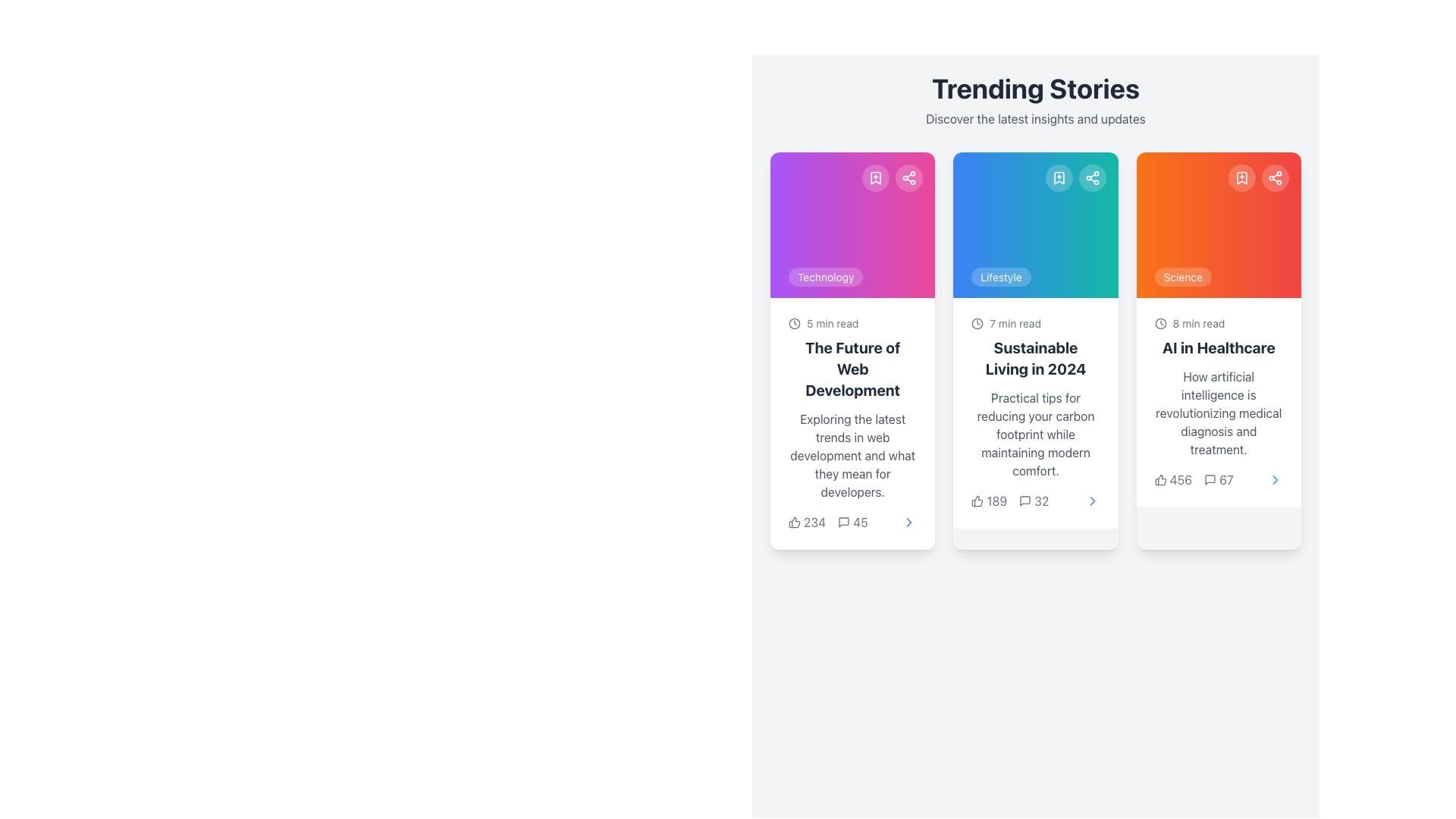 The height and width of the screenshot is (819, 1456). I want to click on the 'like' icon located beneath the textual content of the leftmost card, positioned to the left of the '234' likes text in a three-card layout, so click(793, 522).